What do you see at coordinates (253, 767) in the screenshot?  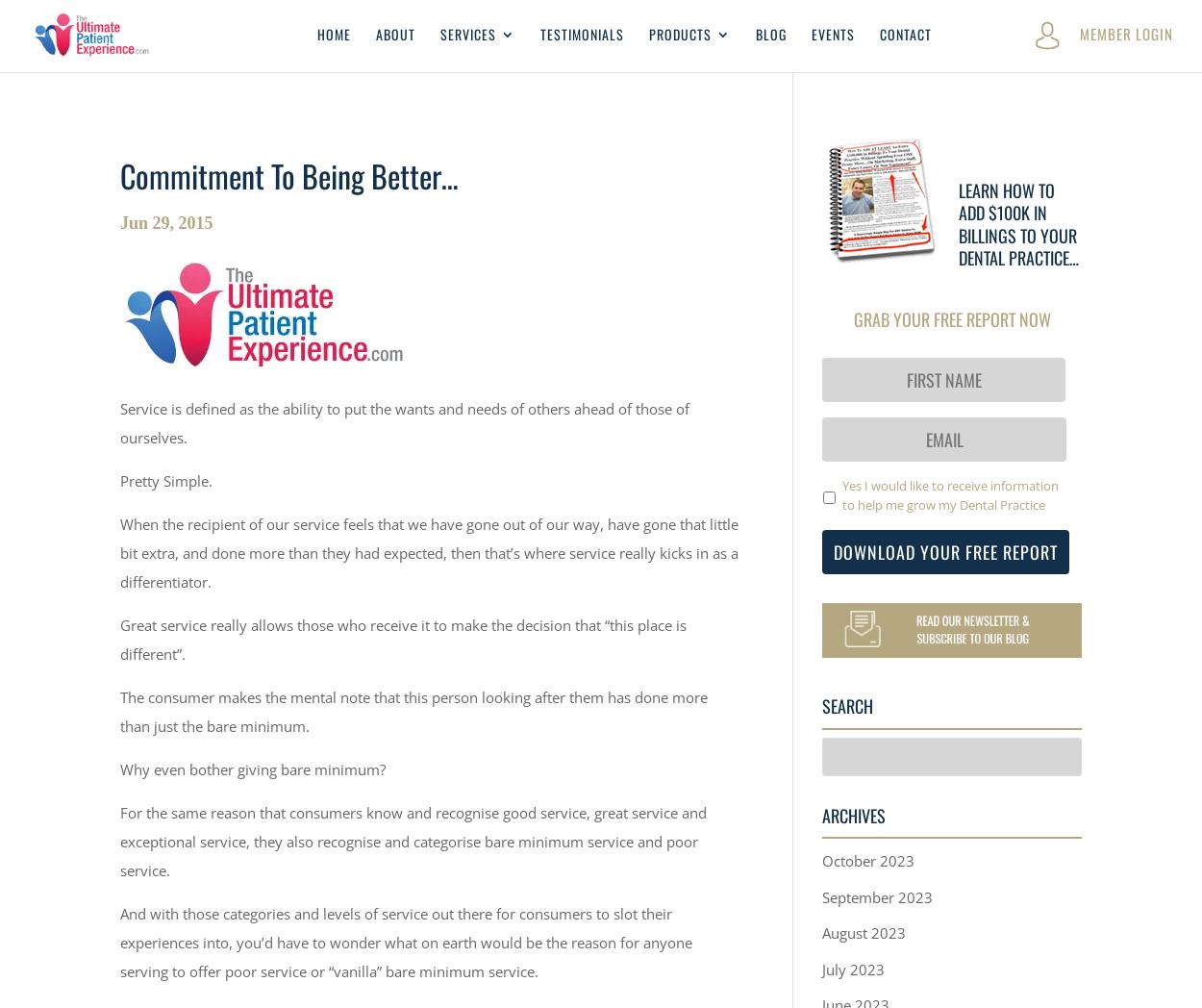 I see `'Why even bother giving bare minimum?'` at bounding box center [253, 767].